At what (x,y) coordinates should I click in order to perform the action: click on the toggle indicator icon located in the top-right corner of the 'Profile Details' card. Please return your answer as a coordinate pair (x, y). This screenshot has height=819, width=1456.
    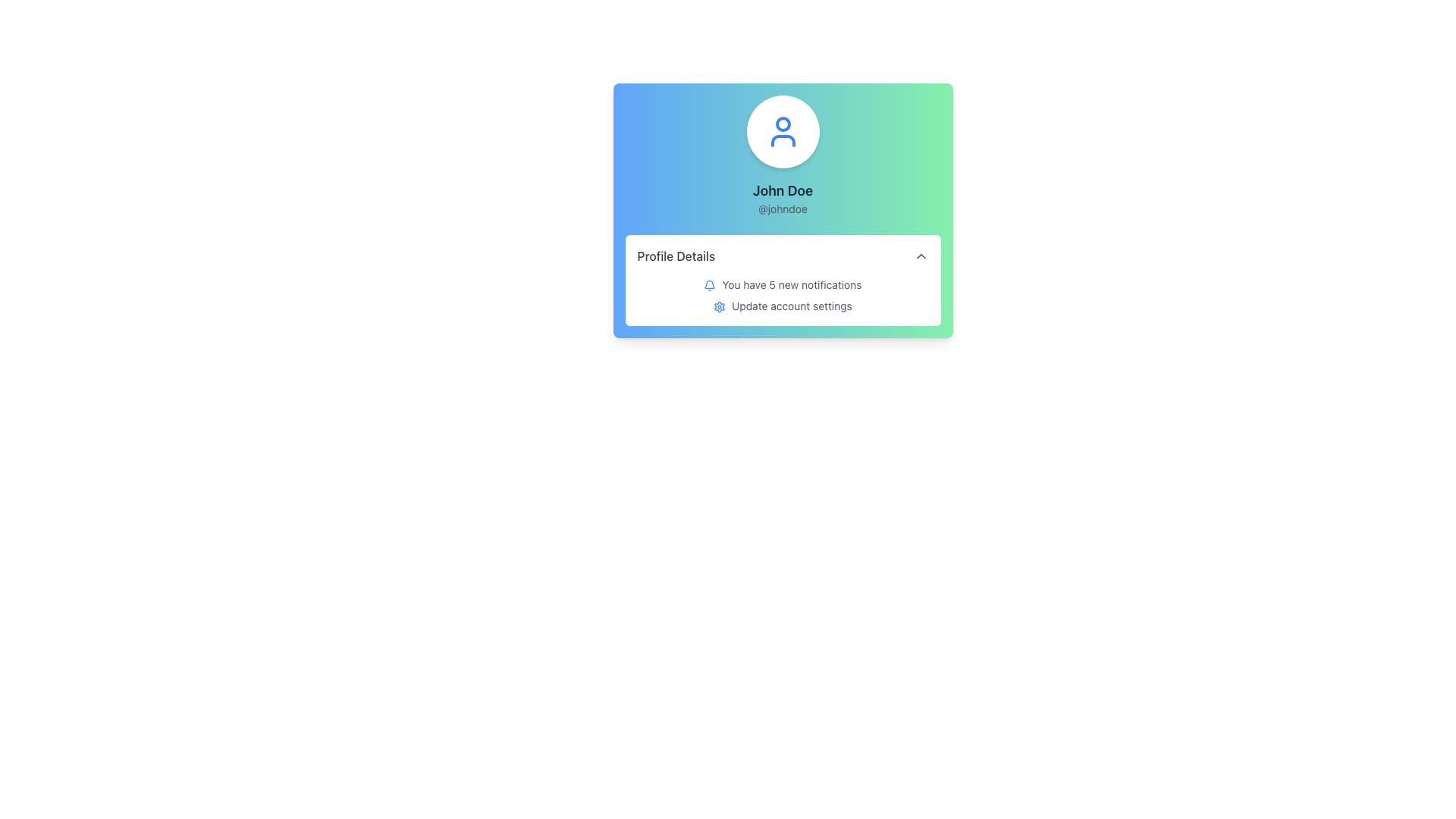
    Looking at the image, I should click on (920, 256).